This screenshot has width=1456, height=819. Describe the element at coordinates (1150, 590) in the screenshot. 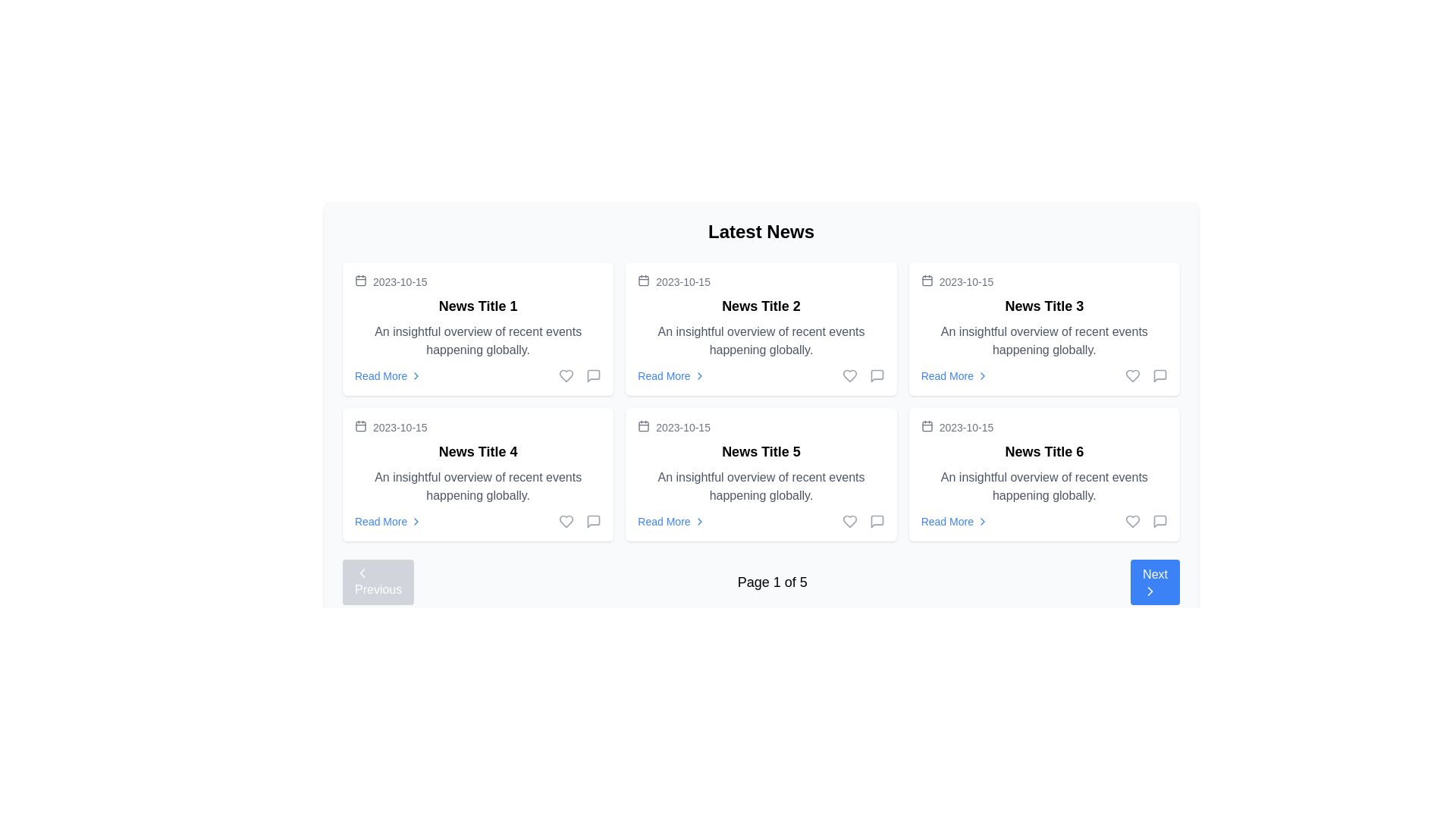

I see `the chevron icon located inside the 'Next' button at the bottom-right corner of the user interface` at that location.